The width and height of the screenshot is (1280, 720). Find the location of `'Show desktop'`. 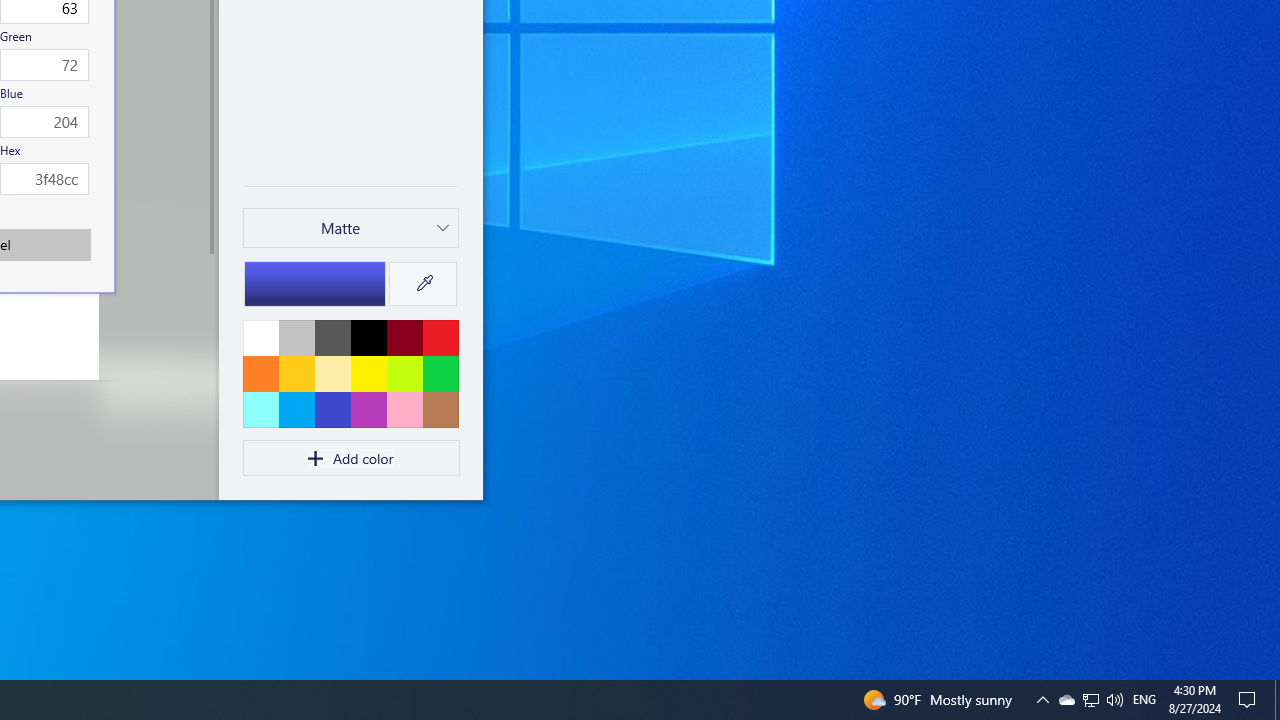

'Show desktop' is located at coordinates (1250, 698).